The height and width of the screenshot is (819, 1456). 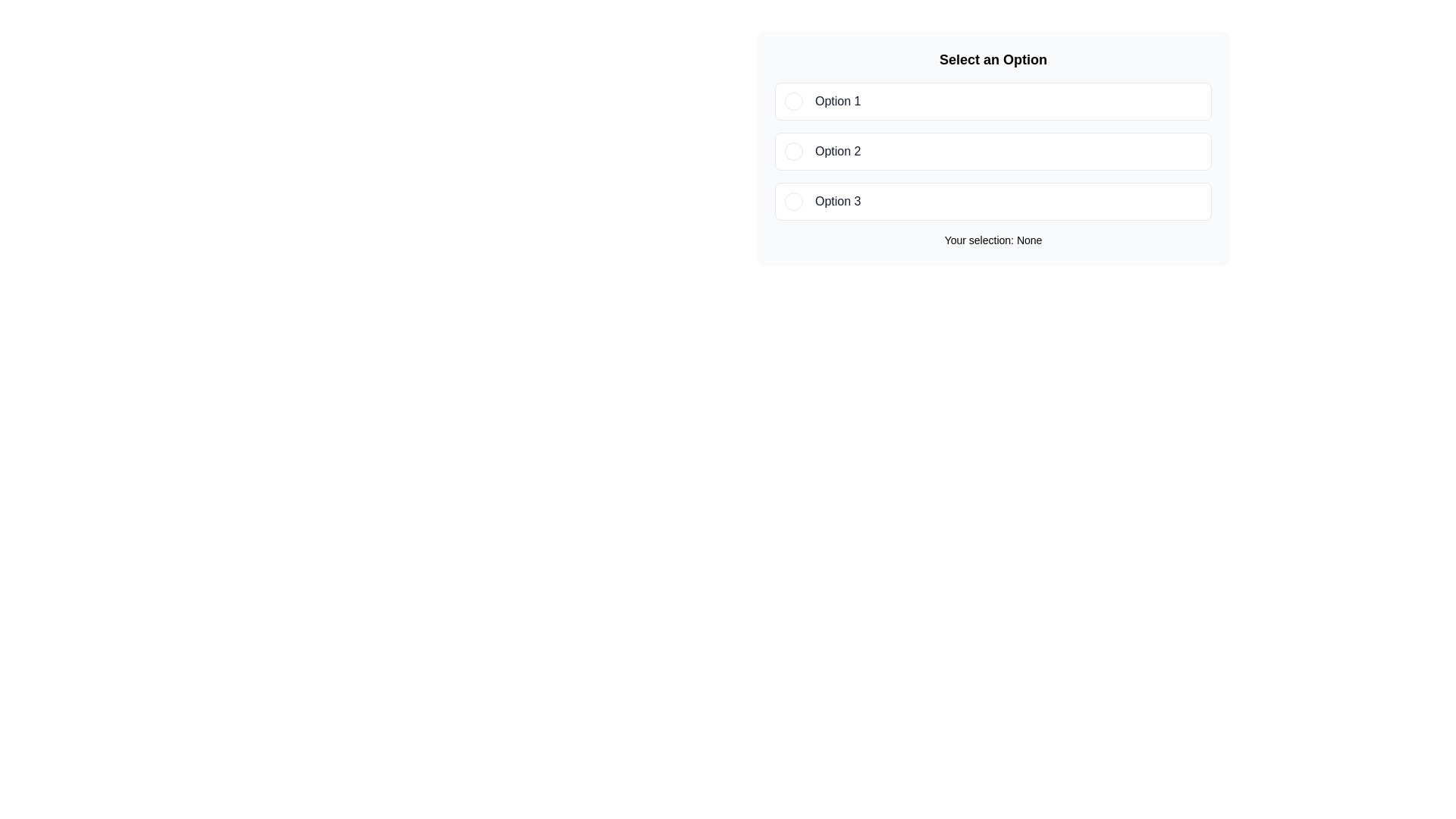 What do you see at coordinates (993, 201) in the screenshot?
I see `the third List option entry with a radio button for keyboard interaction` at bounding box center [993, 201].